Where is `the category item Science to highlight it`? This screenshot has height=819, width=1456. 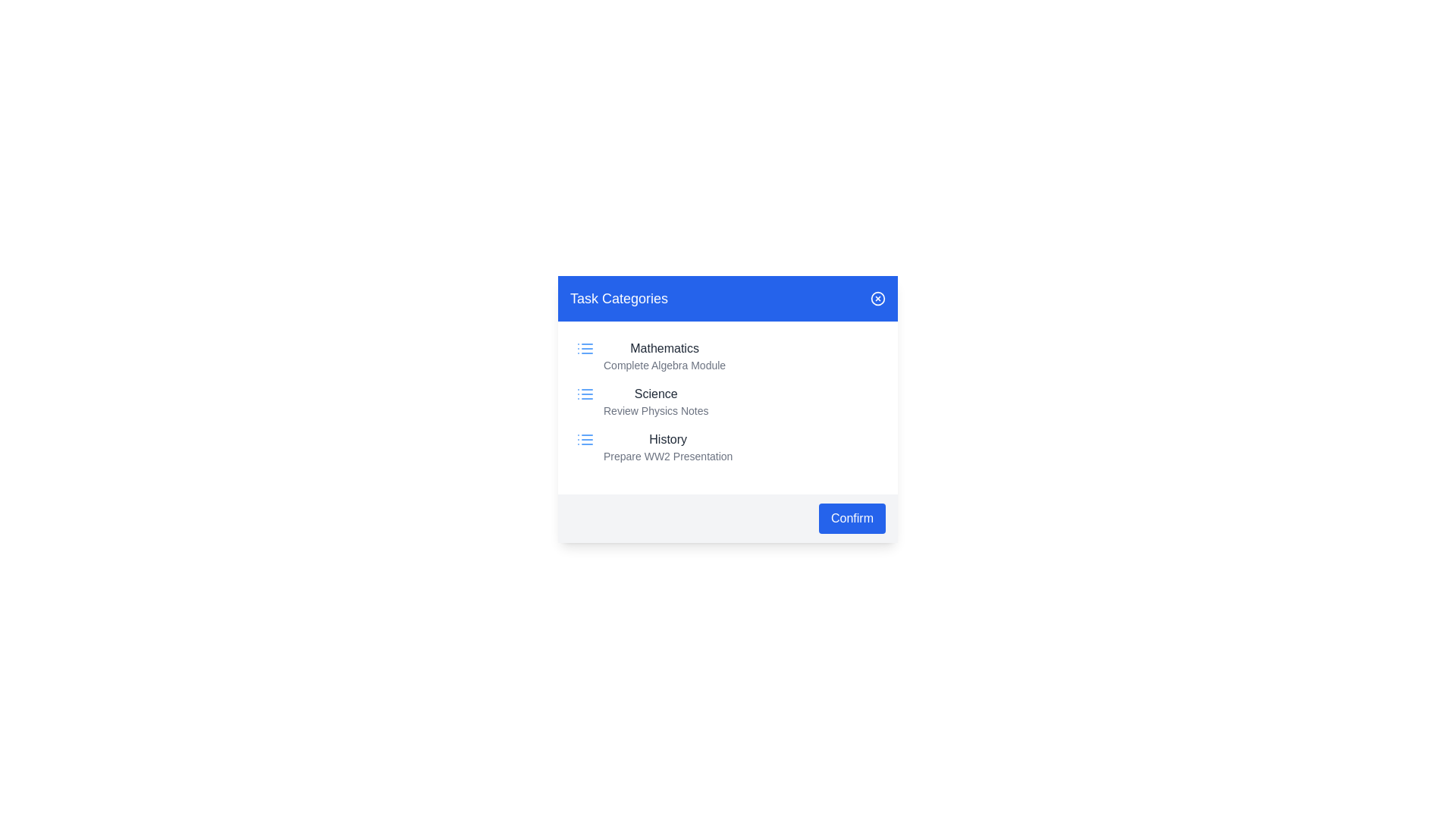
the category item Science to highlight it is located at coordinates (728, 400).